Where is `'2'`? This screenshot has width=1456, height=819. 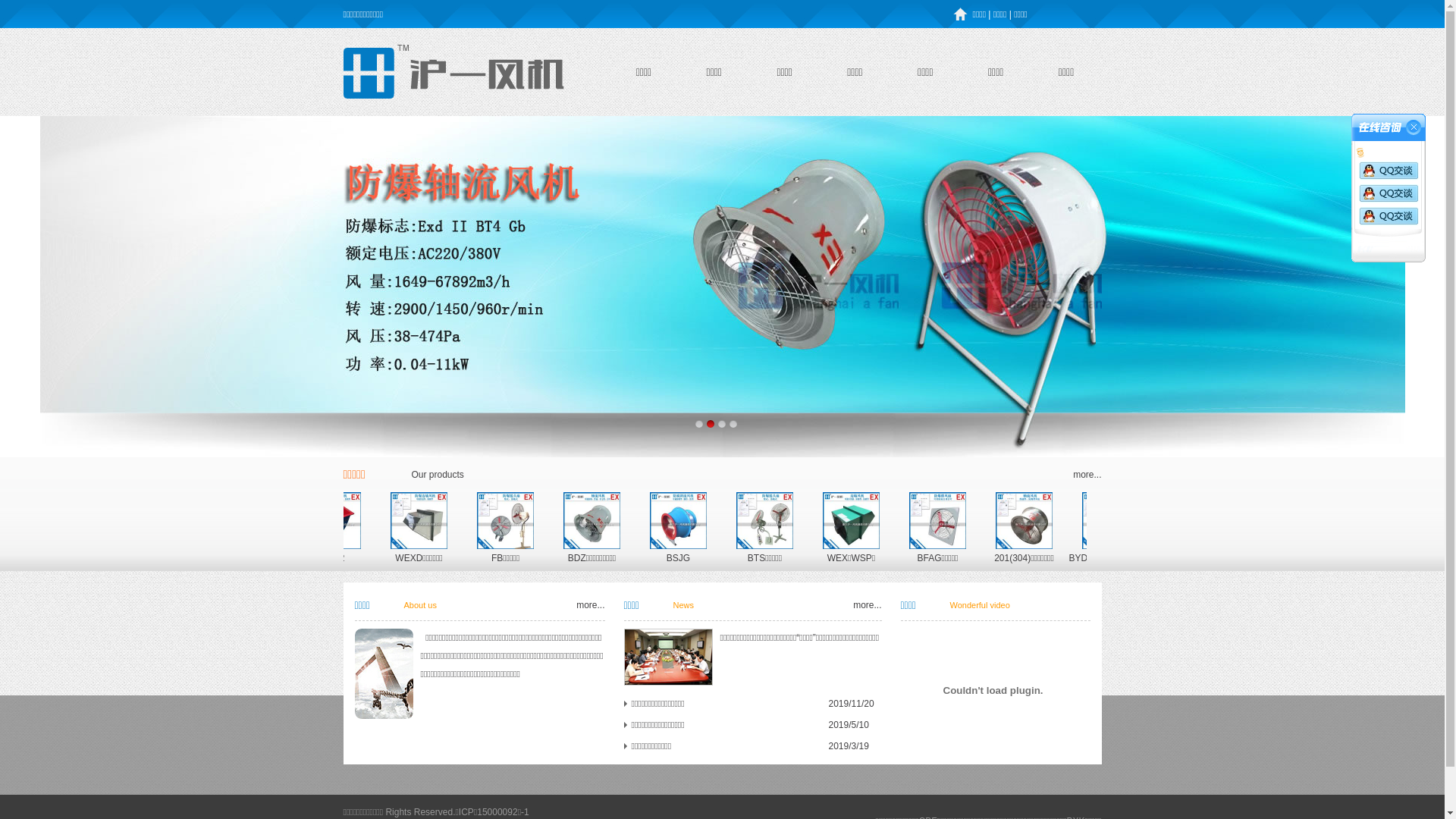
'2' is located at coordinates (704, 423).